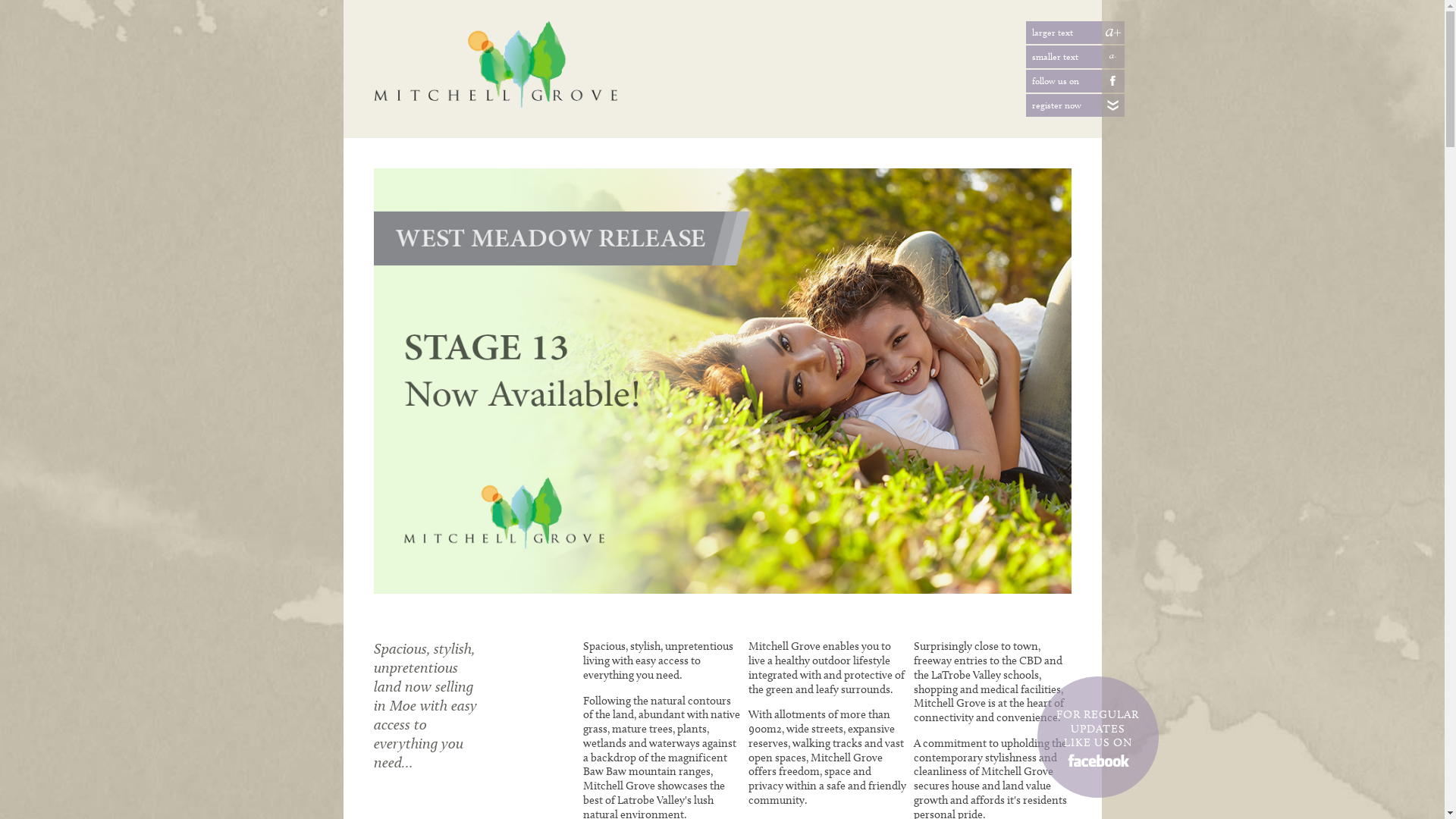 The height and width of the screenshot is (819, 1456). I want to click on 'FOR REGULAR UPDATES, so click(1098, 736).